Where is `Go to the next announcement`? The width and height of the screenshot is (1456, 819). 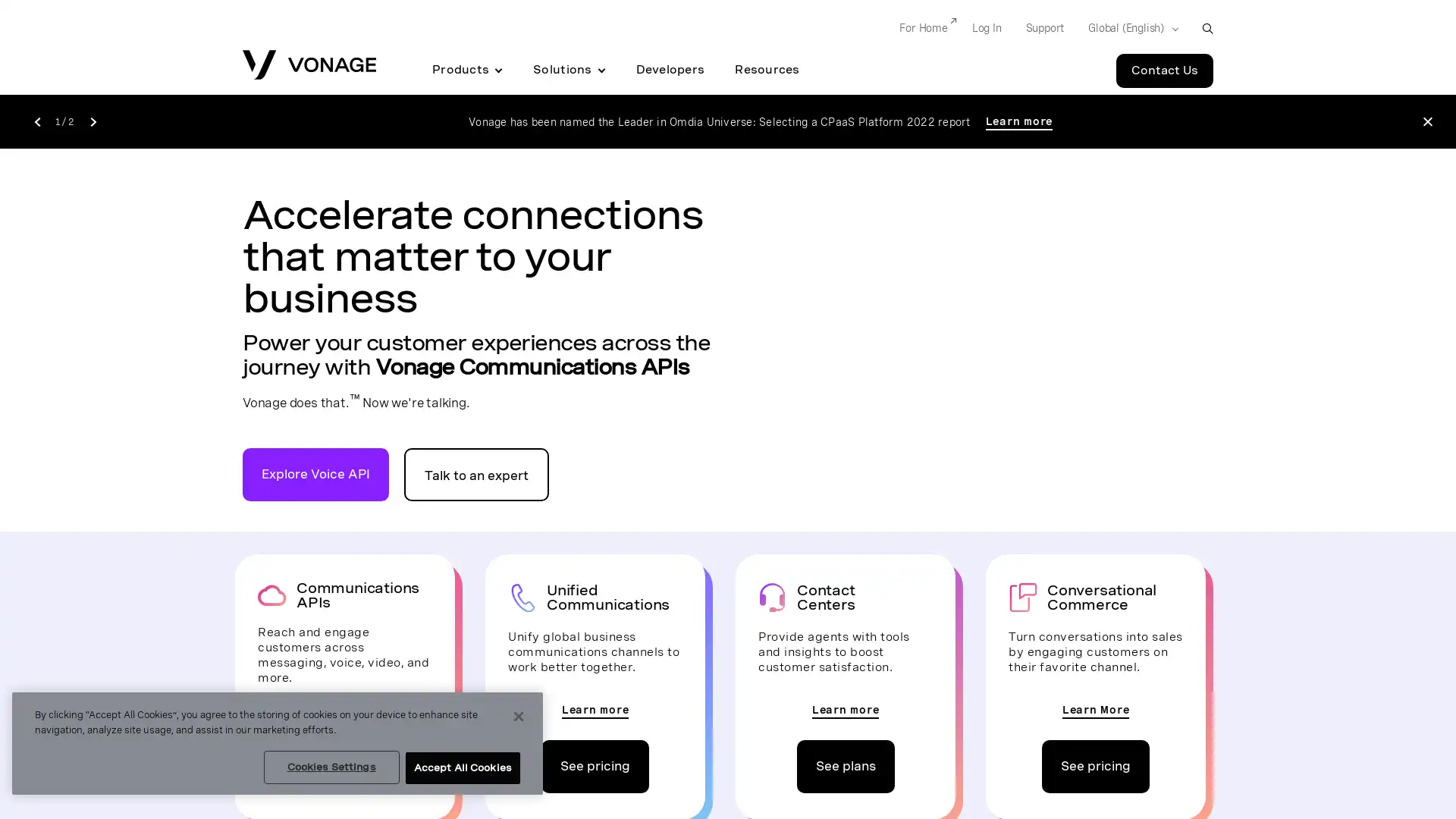 Go to the next announcement is located at coordinates (92, 120).